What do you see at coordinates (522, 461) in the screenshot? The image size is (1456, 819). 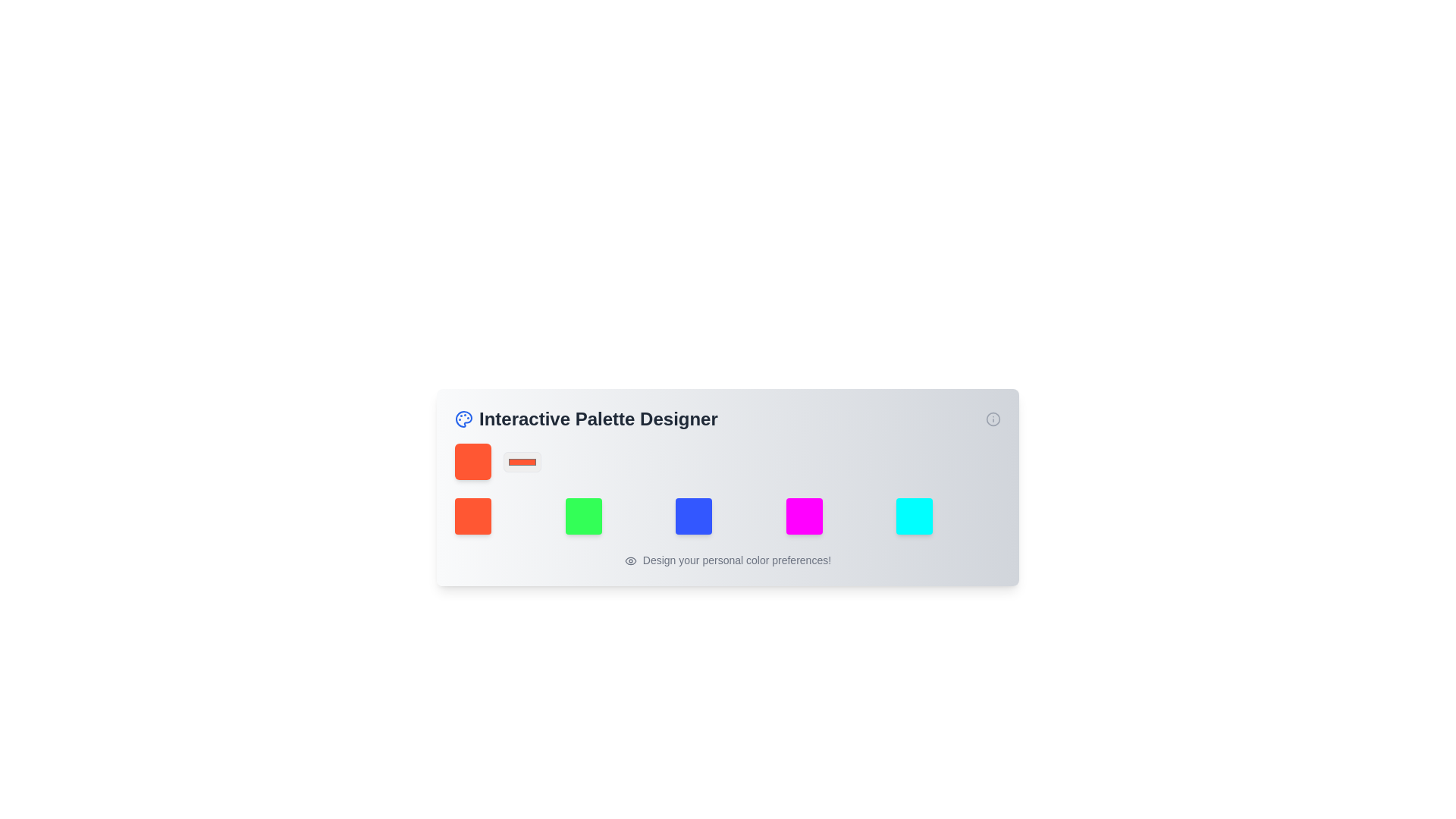 I see `the color picker input field, which is a small rectangular component with rounded edges and an orange fill` at bounding box center [522, 461].